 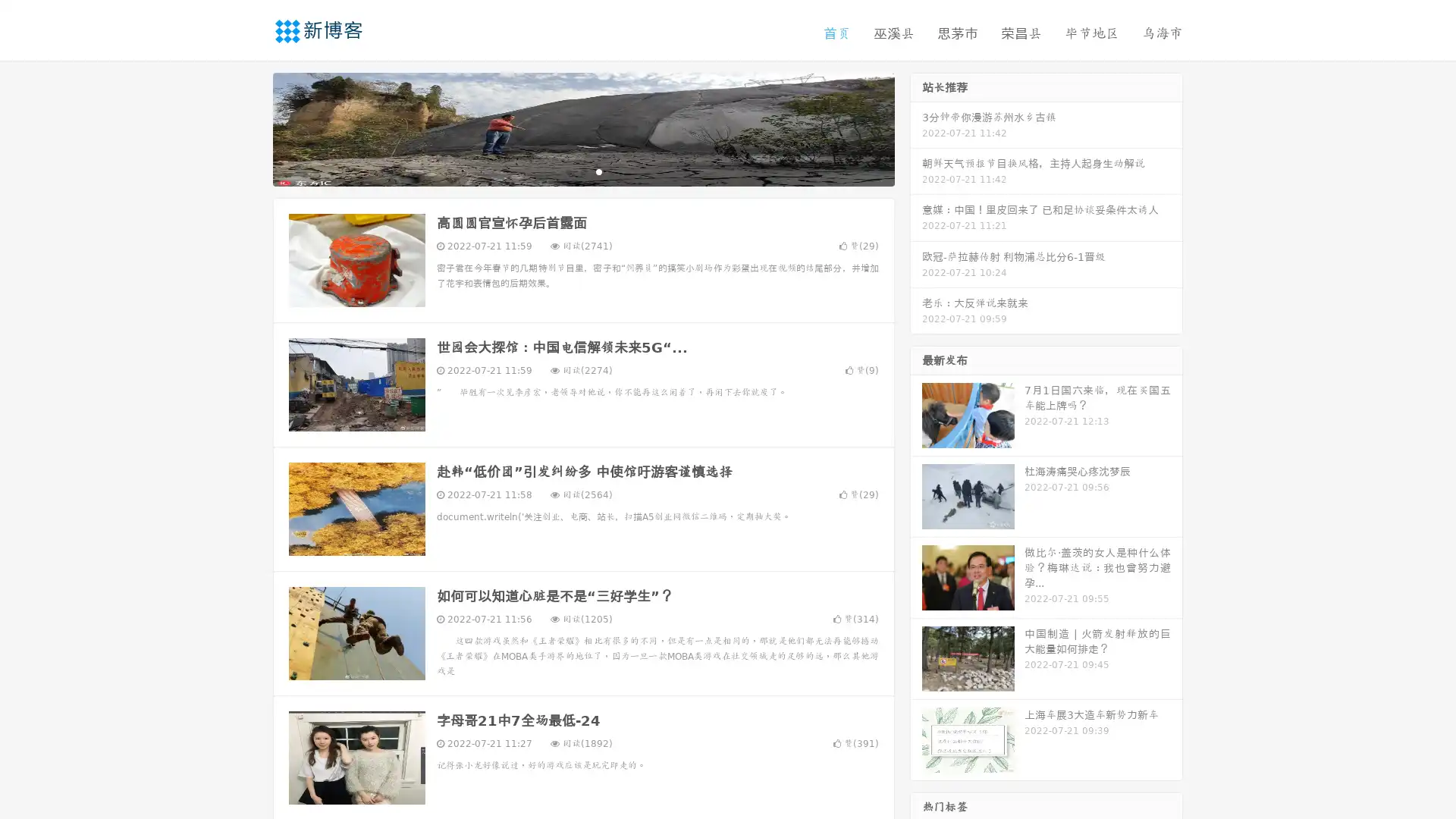 What do you see at coordinates (567, 171) in the screenshot?
I see `Go to slide 1` at bounding box center [567, 171].